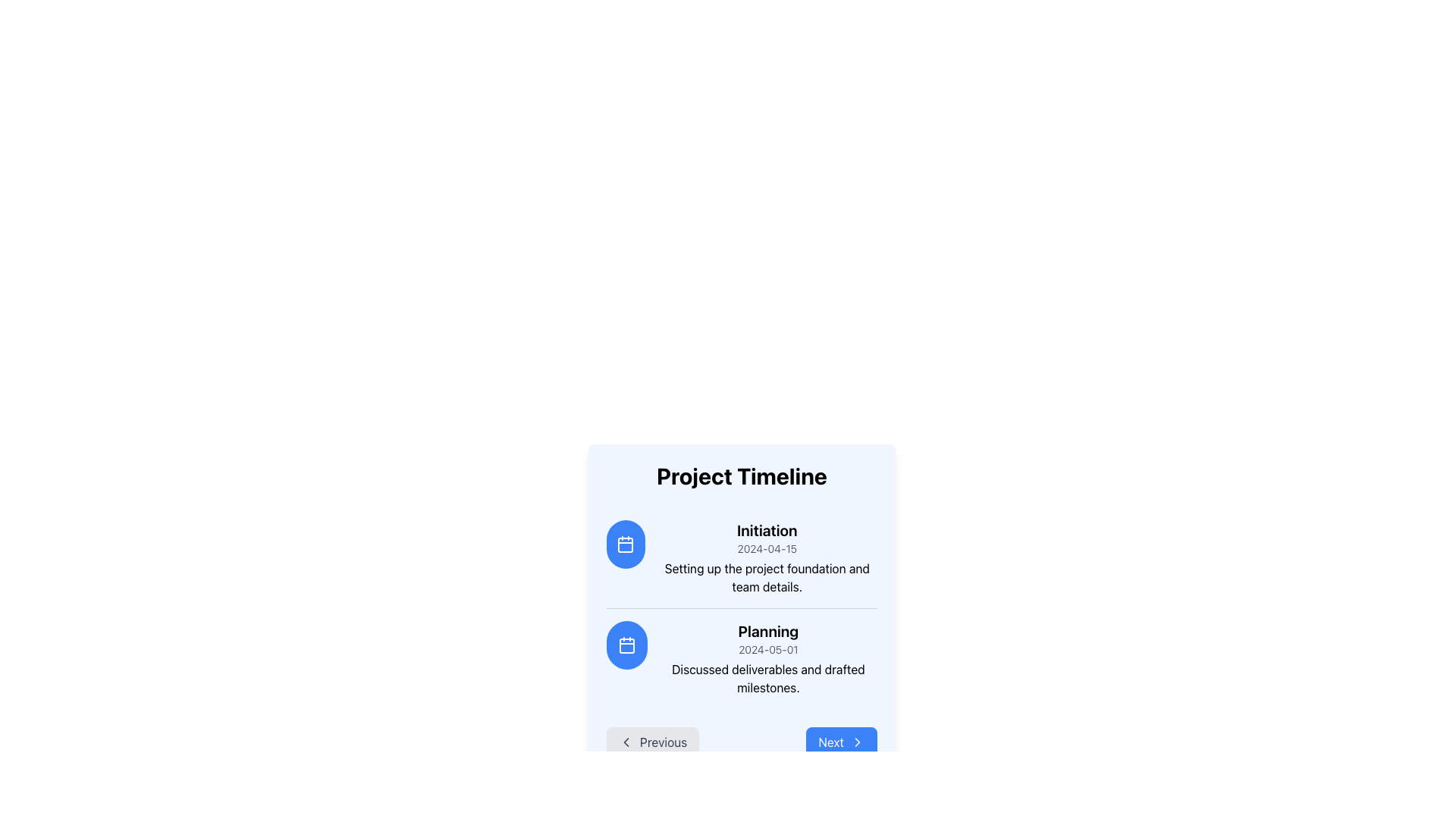  I want to click on information provided in the first entry of the Project Timeline which includes the bold title 'Initiation', the date '2024-04-15', and the description 'Setting up the project foundation and team details.', so click(742, 558).